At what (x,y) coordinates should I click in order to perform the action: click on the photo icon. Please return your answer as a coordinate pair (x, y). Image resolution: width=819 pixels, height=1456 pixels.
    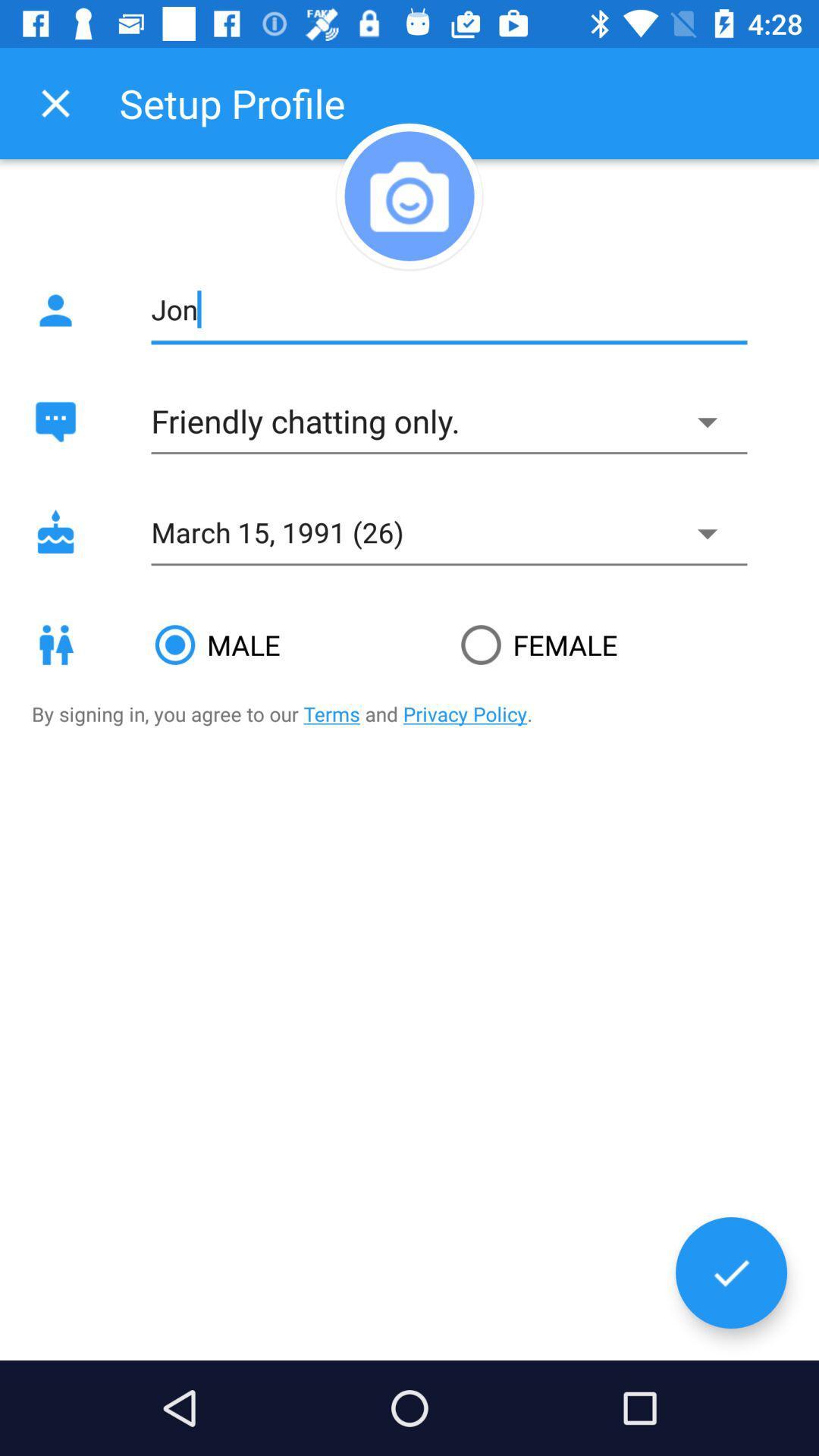
    Looking at the image, I should click on (409, 195).